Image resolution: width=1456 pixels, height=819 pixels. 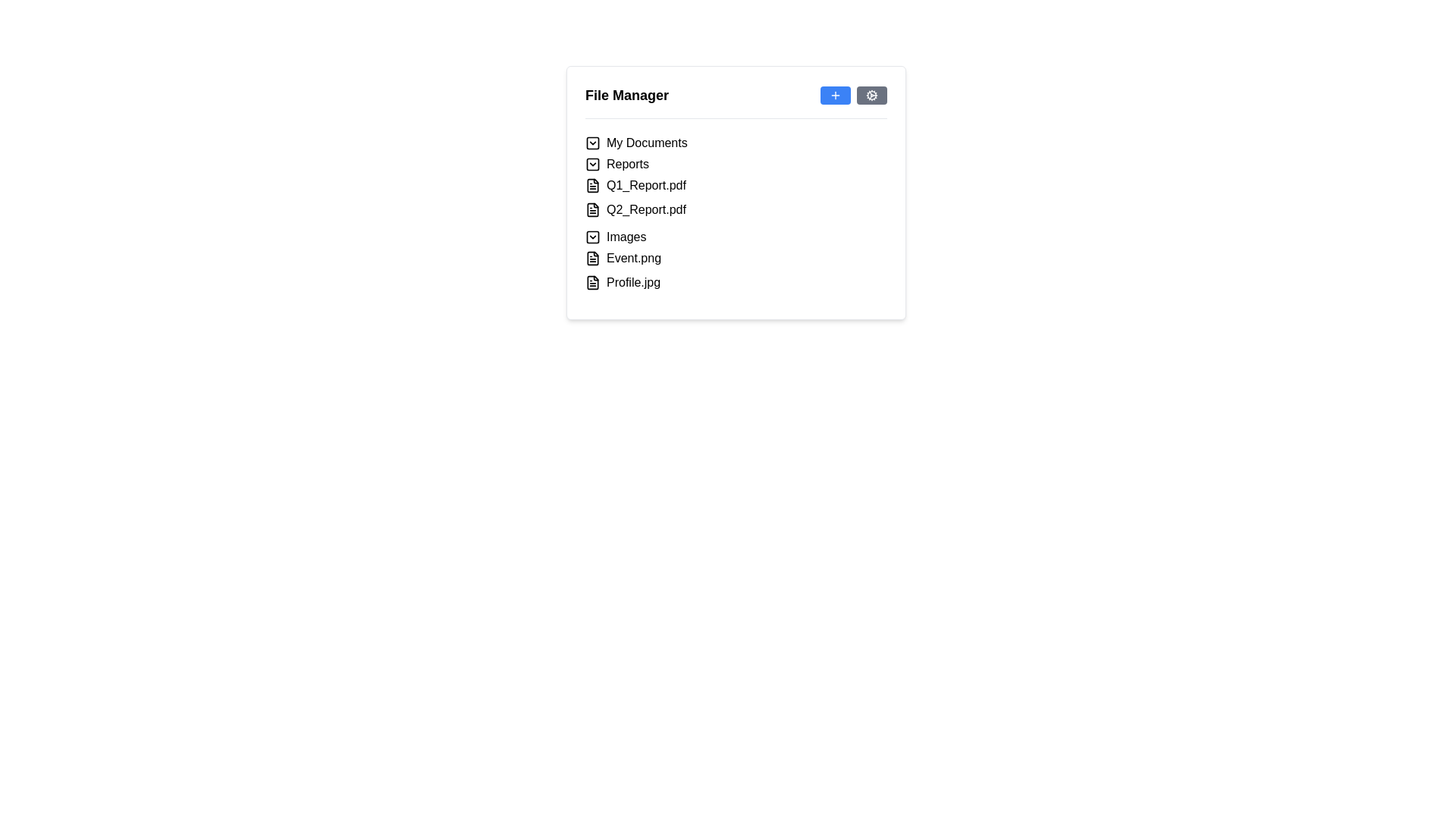 What do you see at coordinates (736, 210) in the screenshot?
I see `on the 'Q2_Report.pdf' file item in the vertical list` at bounding box center [736, 210].